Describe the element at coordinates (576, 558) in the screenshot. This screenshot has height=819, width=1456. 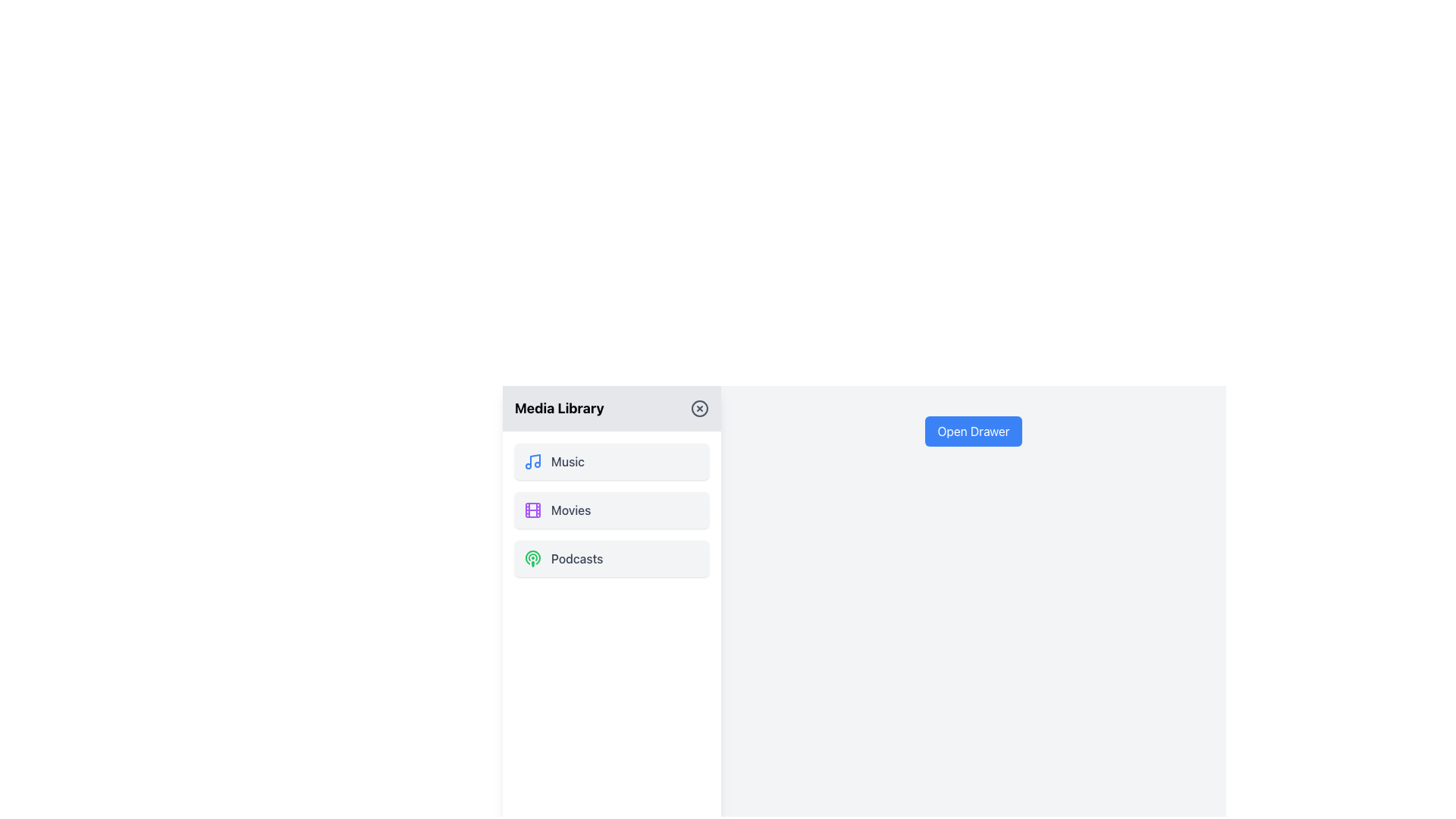
I see `the 'Podcasts' label in the left-hand sidebar menu, which is the textual content of the third group, positioned below 'Movies' and aligned to the right of a green podcast icon` at that location.